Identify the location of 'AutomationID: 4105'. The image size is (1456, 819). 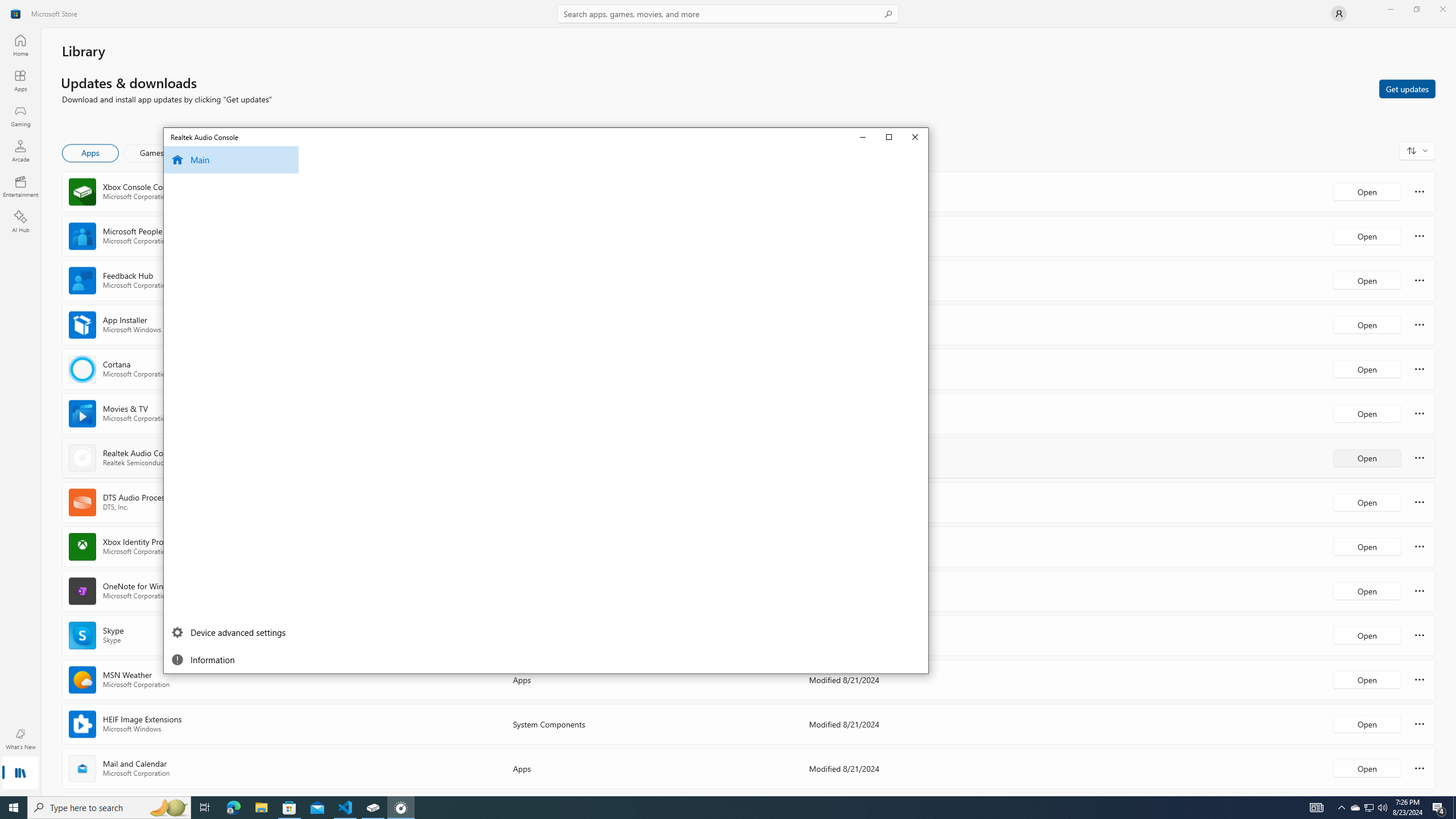
(1317, 806).